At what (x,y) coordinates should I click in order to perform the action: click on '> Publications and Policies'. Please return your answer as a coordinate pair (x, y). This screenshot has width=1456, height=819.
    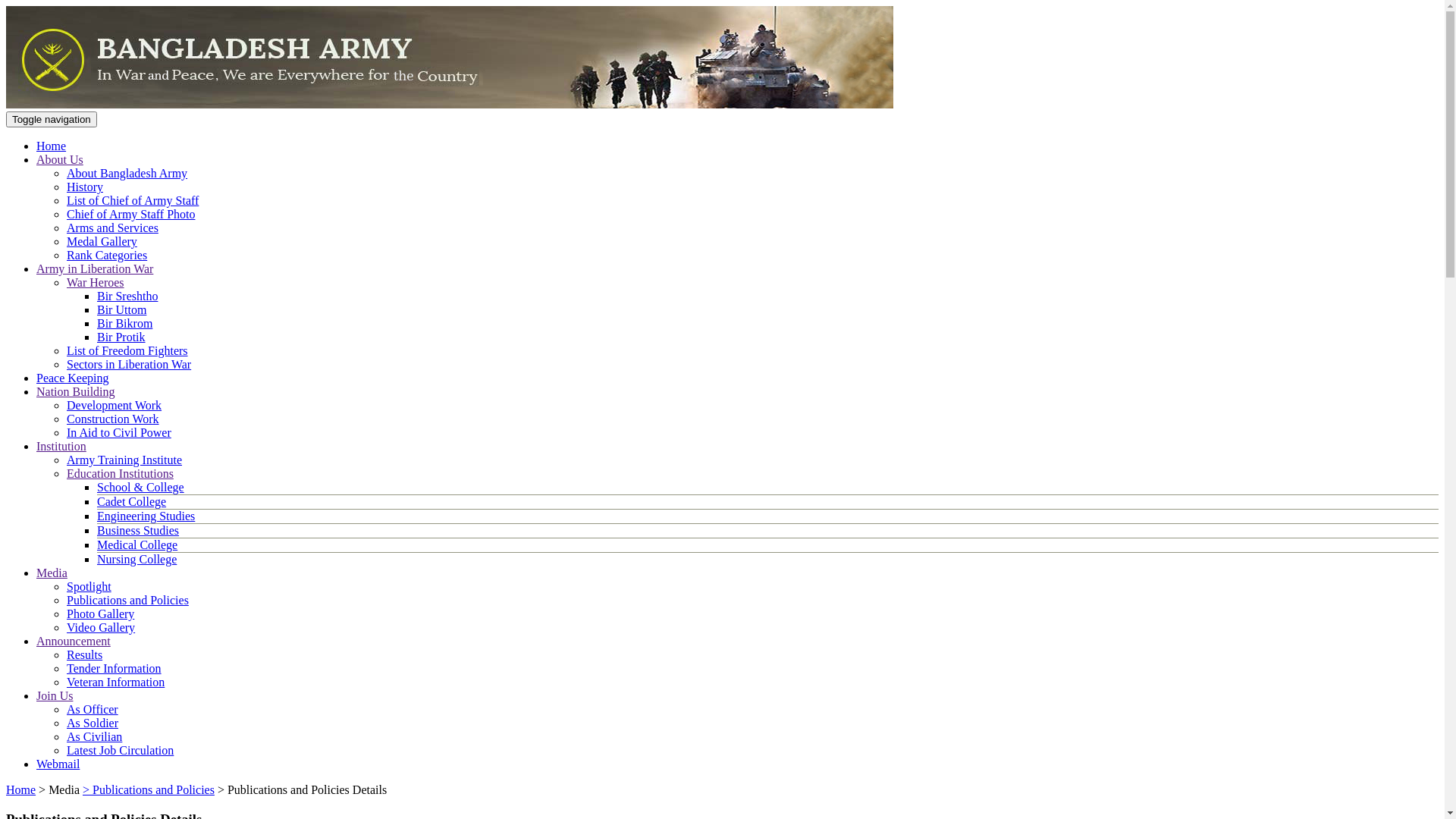
    Looking at the image, I should click on (149, 789).